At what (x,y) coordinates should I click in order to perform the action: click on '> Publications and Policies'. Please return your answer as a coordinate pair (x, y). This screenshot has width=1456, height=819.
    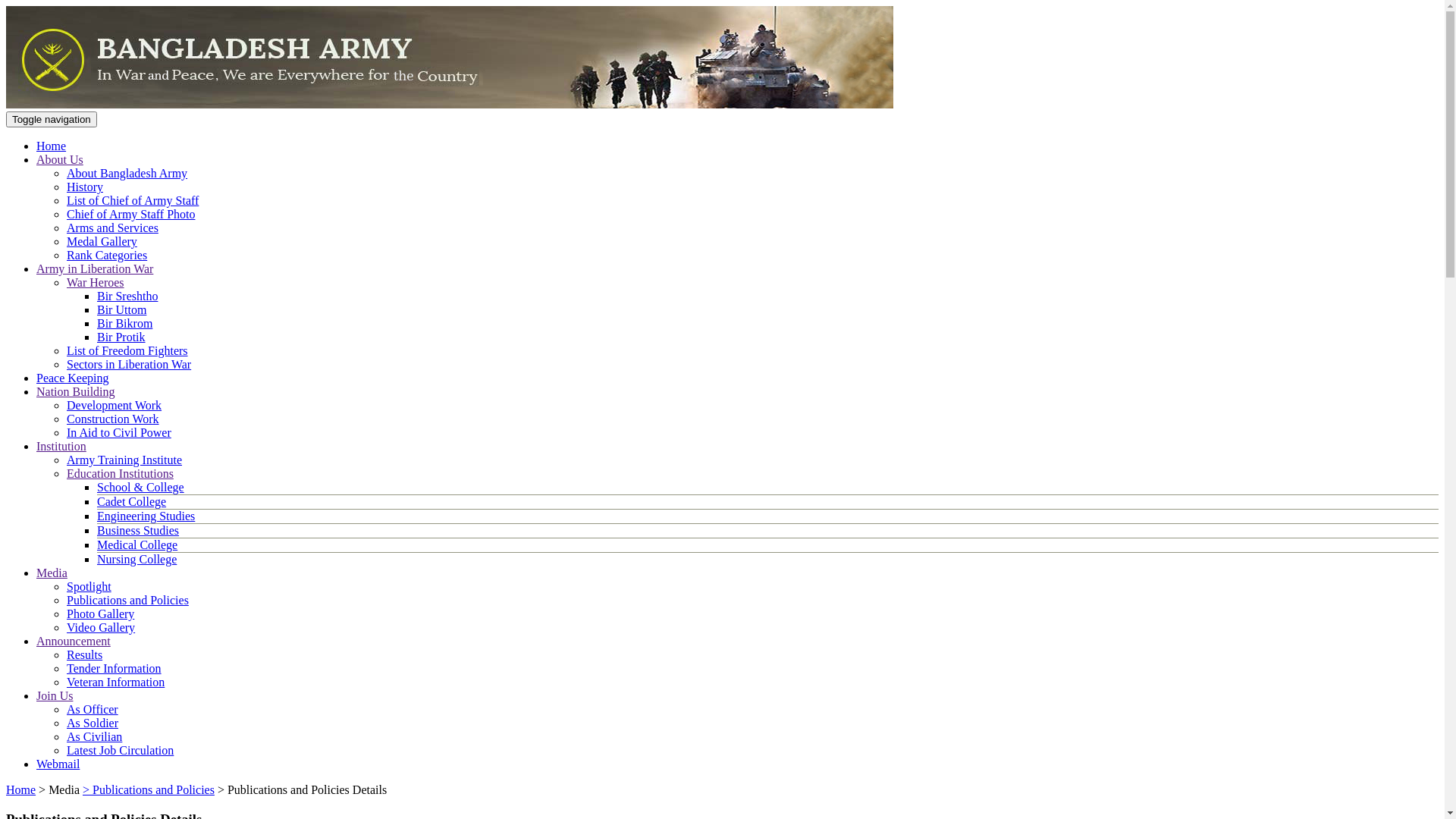
    Looking at the image, I should click on (149, 789).